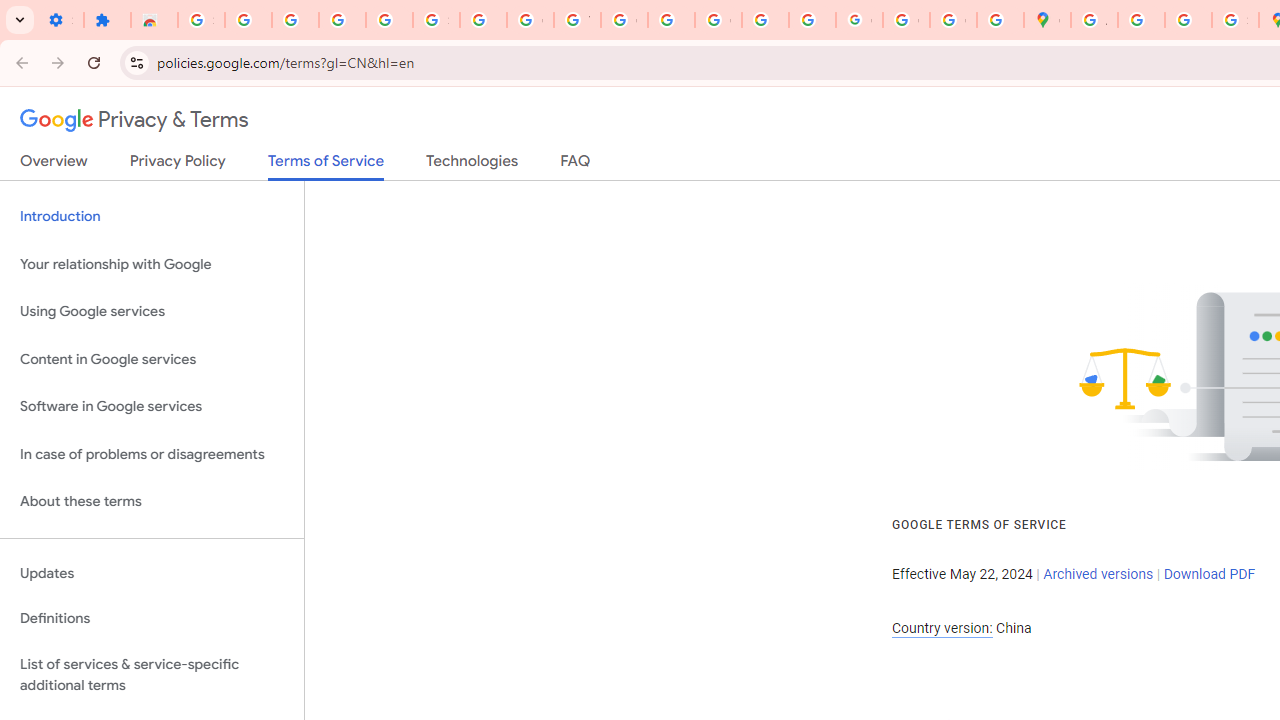 This screenshot has width=1280, height=720. Describe the element at coordinates (153, 20) in the screenshot. I see `'Reviews: Helix Fruit Jump Arcade Game'` at that location.